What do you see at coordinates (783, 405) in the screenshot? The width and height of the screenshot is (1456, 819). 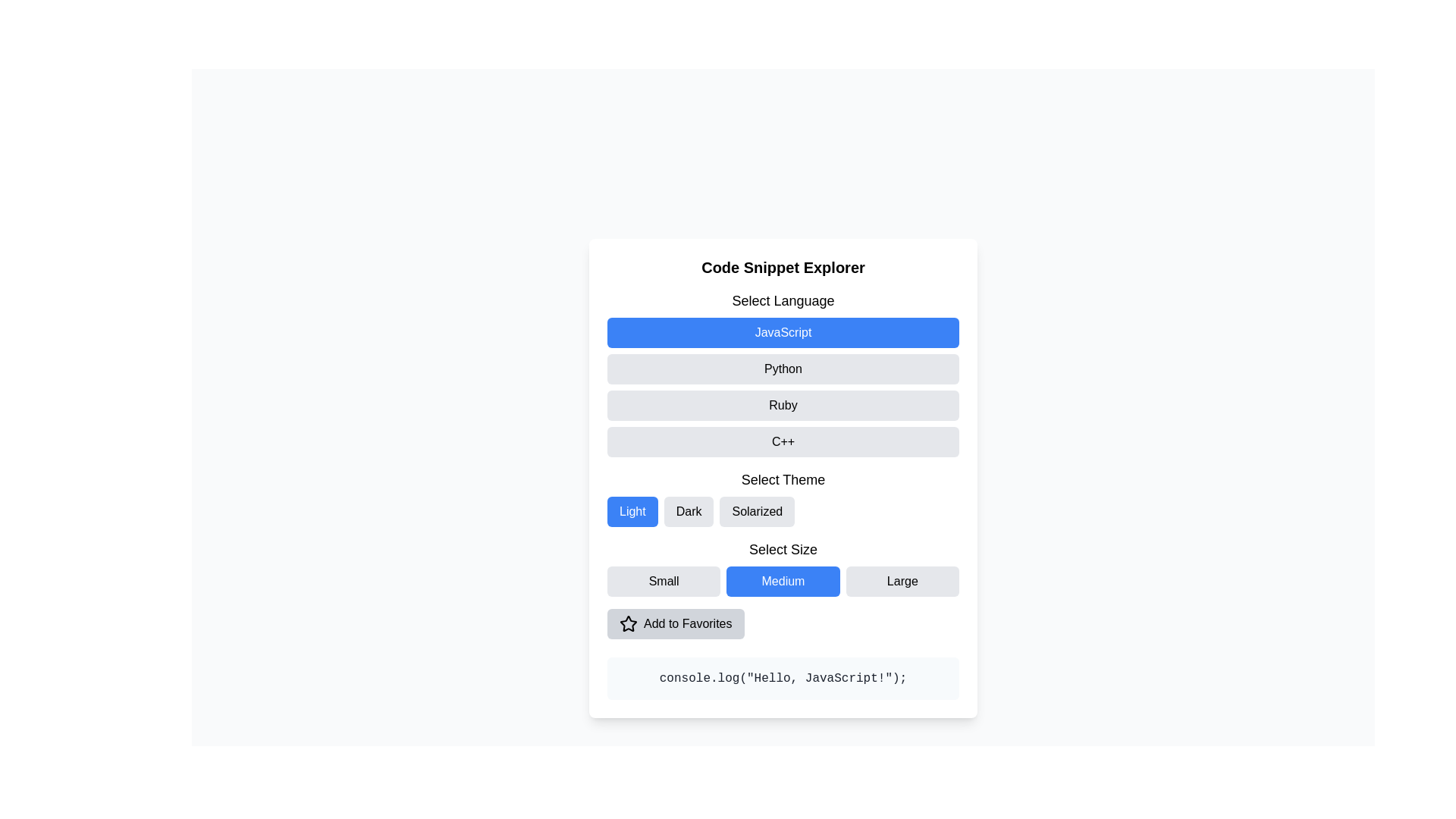 I see `the selectable button labeled 'Ruby', which is the third button in a vertically stacked group of four buttons` at bounding box center [783, 405].